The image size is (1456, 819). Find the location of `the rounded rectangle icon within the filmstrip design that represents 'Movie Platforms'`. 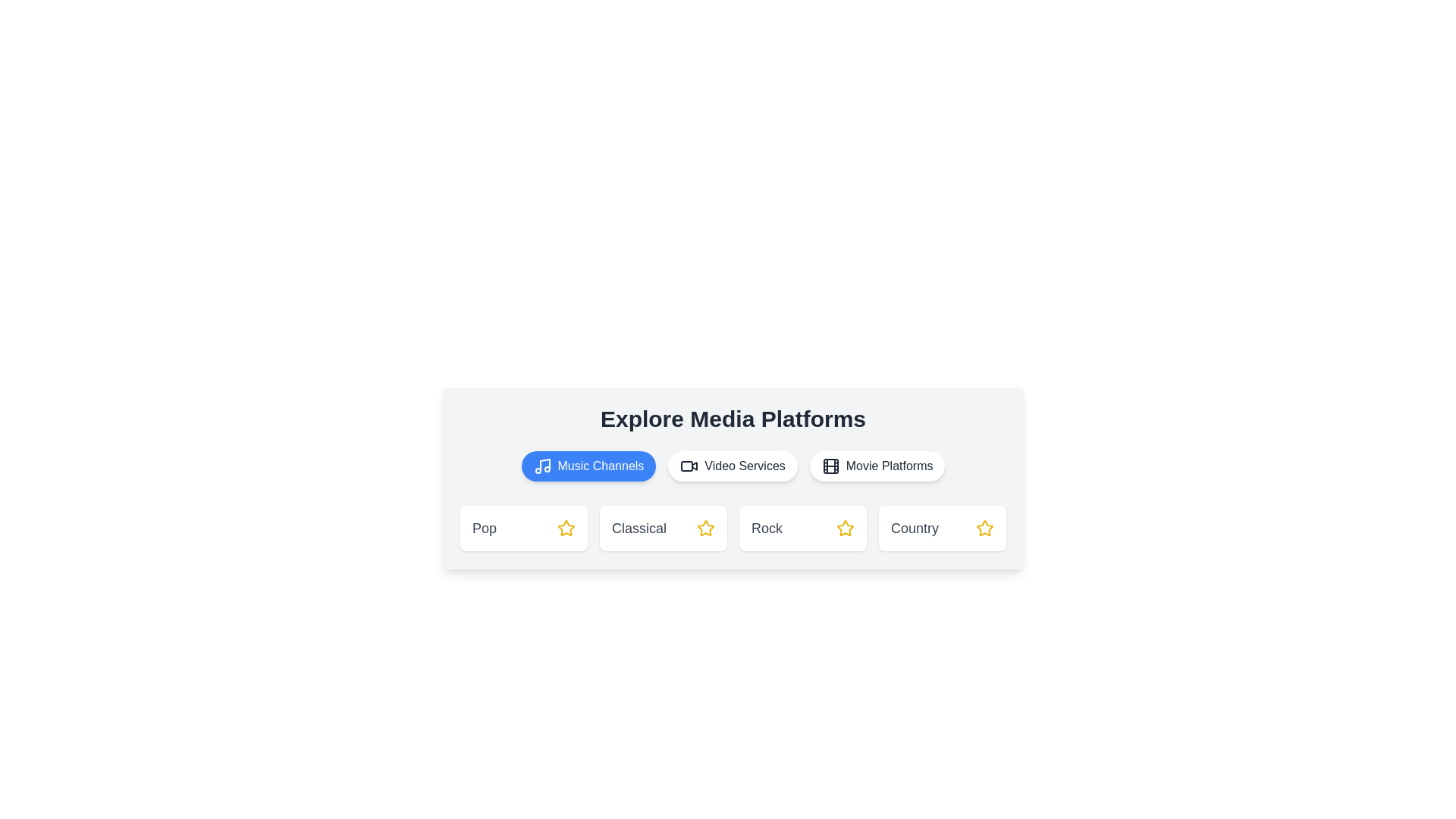

the rounded rectangle icon within the filmstrip design that represents 'Movie Platforms' is located at coordinates (830, 465).